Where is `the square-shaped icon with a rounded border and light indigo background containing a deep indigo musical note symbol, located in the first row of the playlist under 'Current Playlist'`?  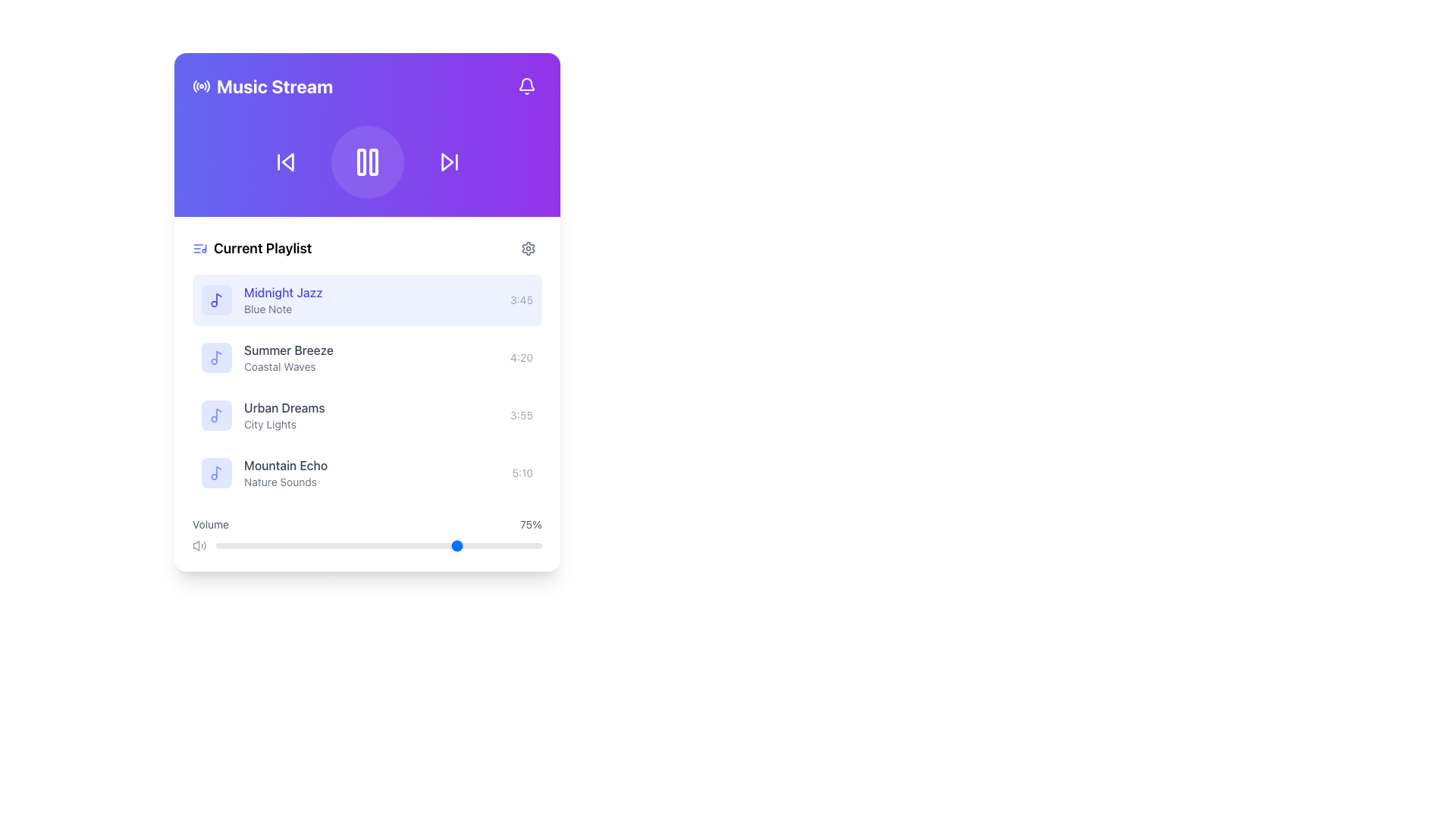
the square-shaped icon with a rounded border and light indigo background containing a deep indigo musical note symbol, located in the first row of the playlist under 'Current Playlist' is located at coordinates (216, 300).